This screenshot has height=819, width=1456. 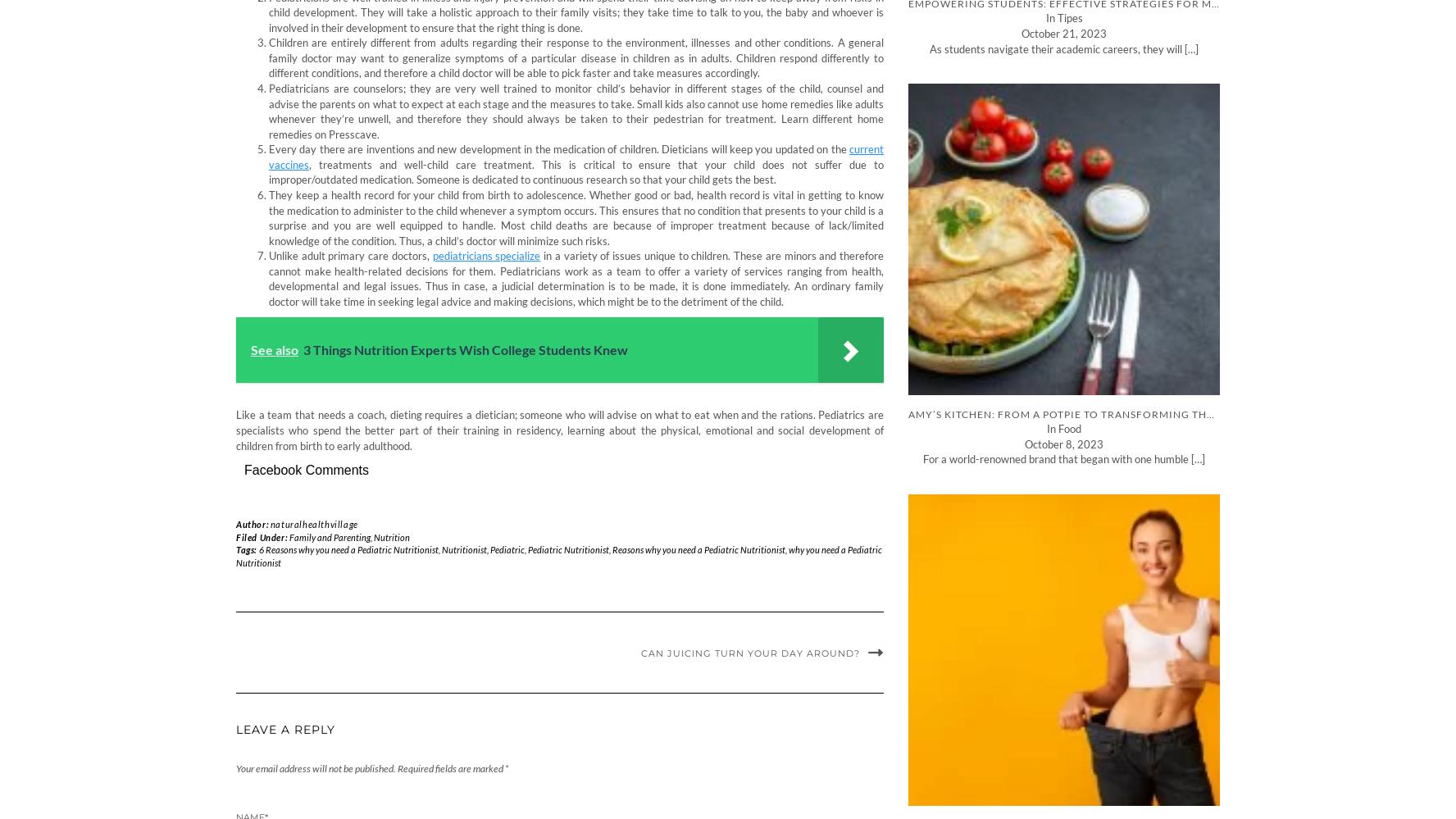 I want to click on 'Like a team that needs a coach, dieting requires a dietician; someone who will advise on what to eat when and the rations. Pediatrics are specialists who spend the better part of their training in residency, learning about the physical, emotional and social development of children from birth to early adulthood.', so click(x=560, y=429).